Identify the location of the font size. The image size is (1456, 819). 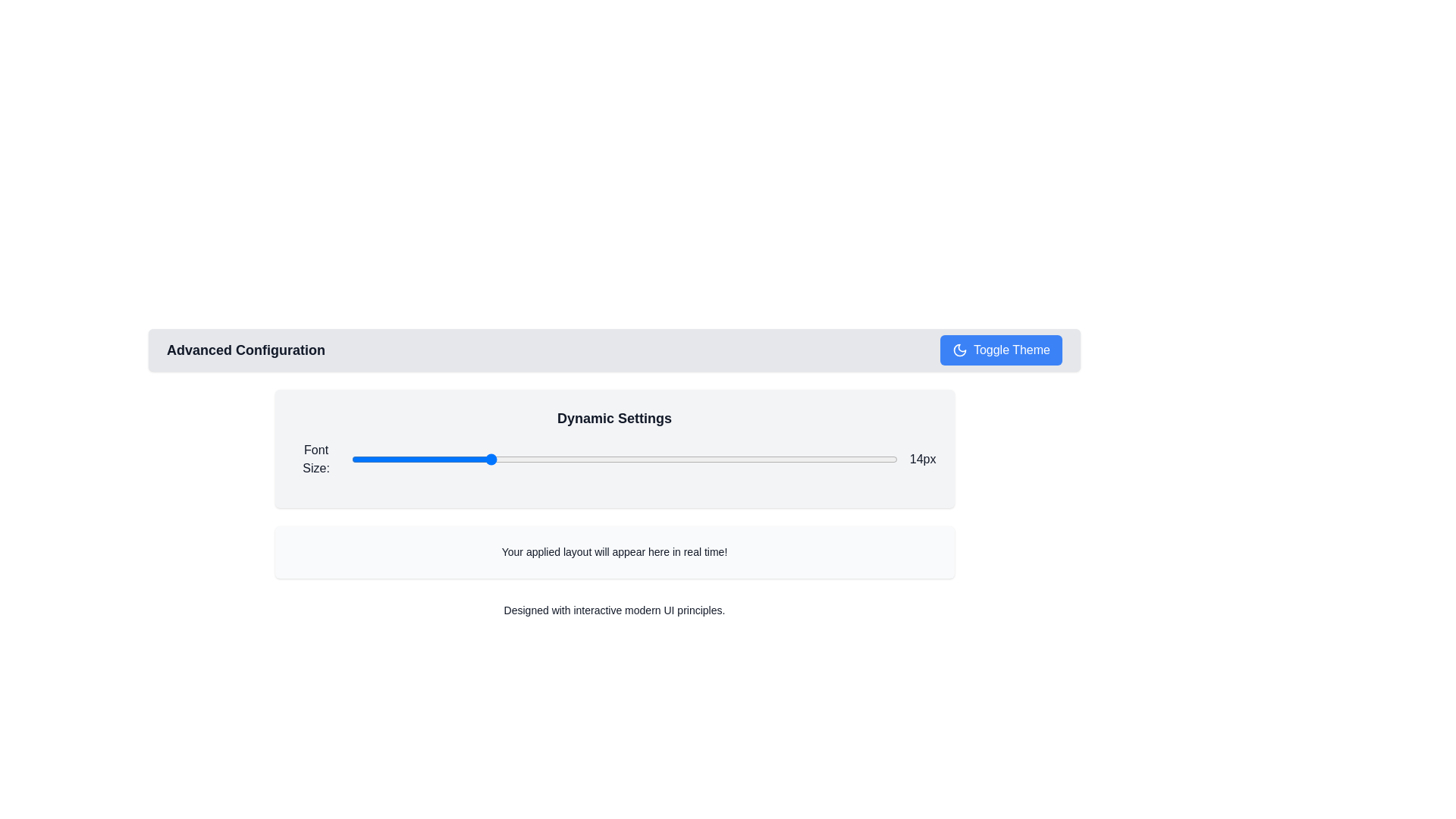
(419, 458).